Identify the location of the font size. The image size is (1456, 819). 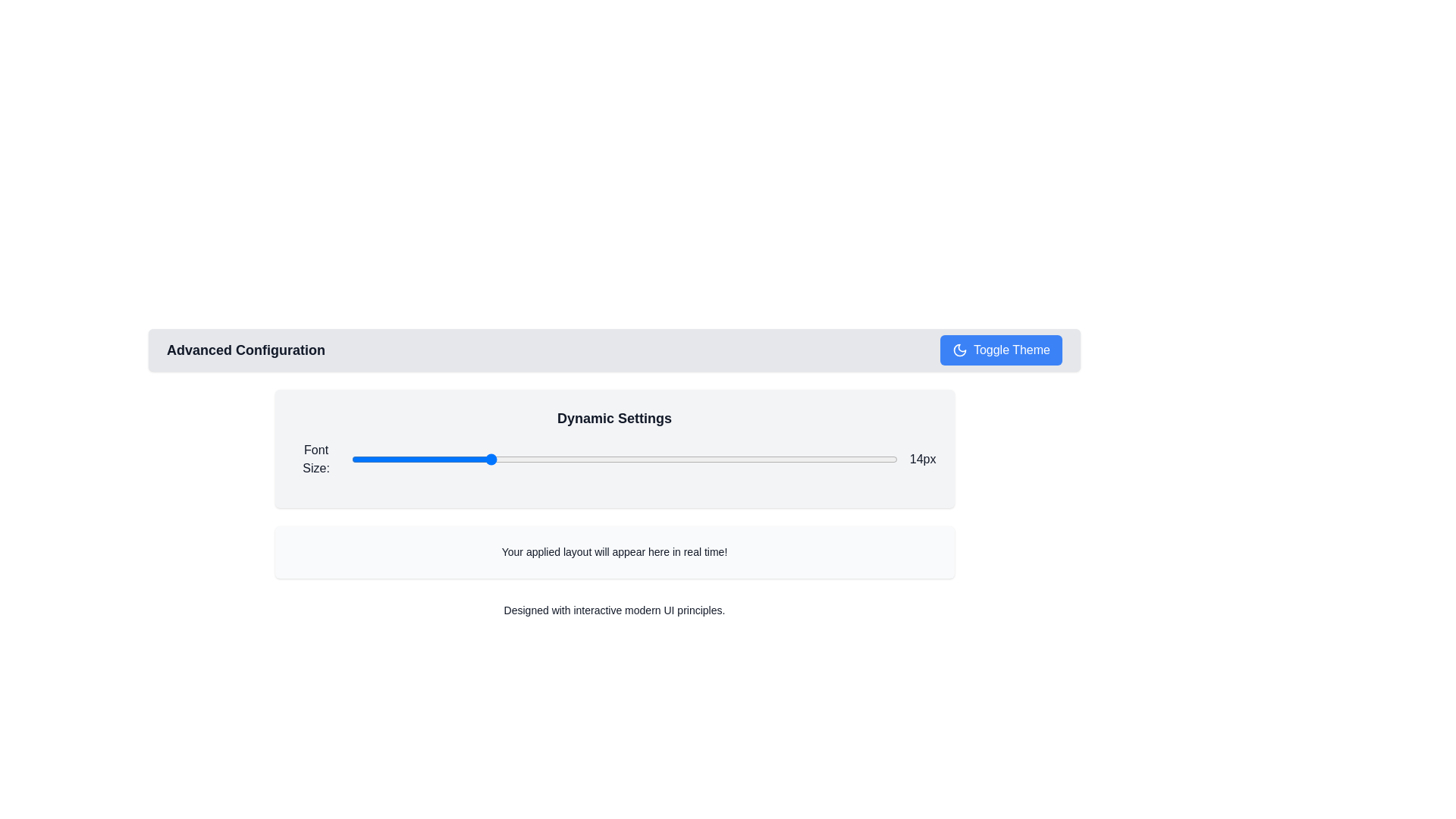
(419, 458).